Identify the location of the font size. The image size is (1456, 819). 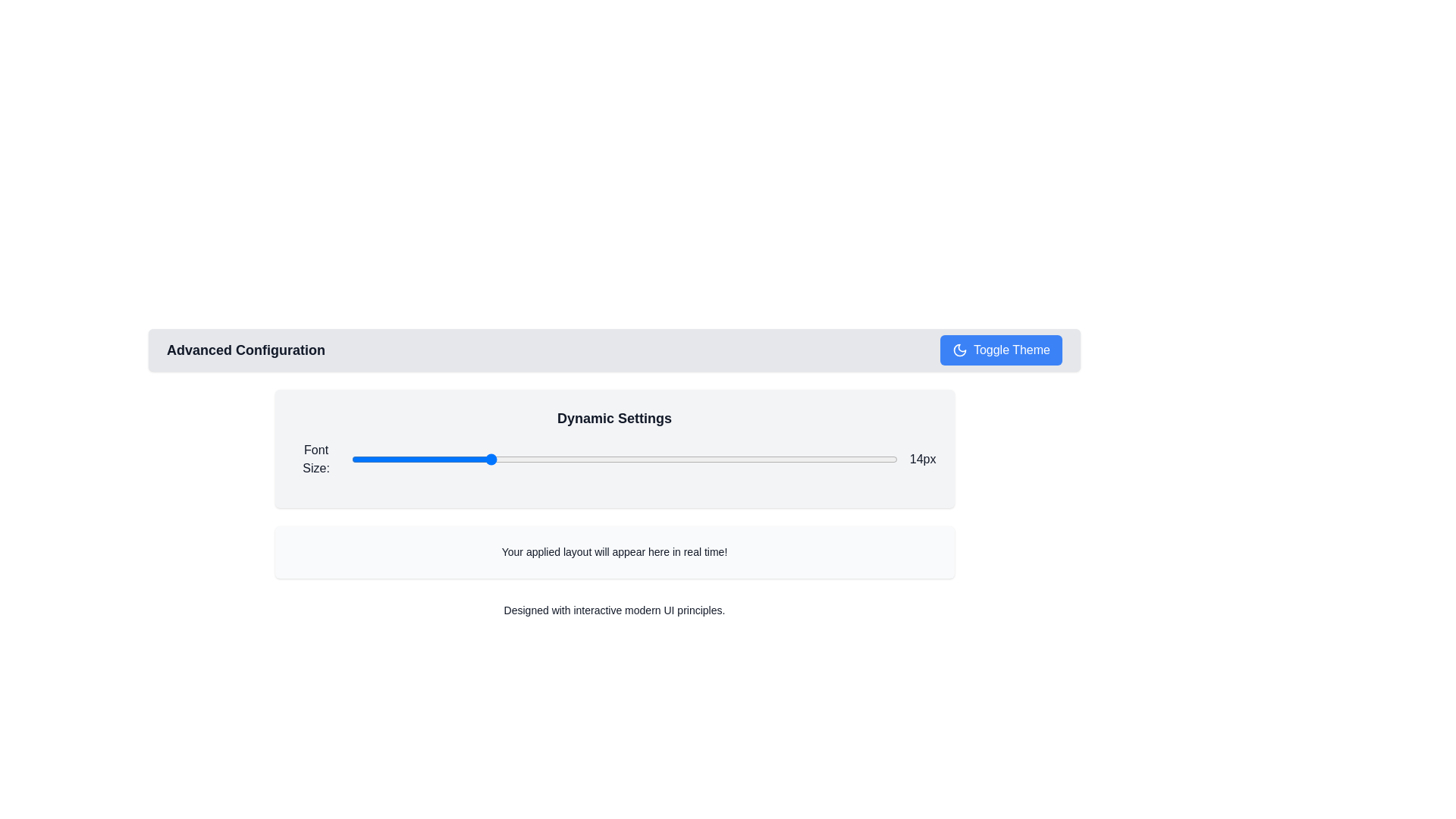
(419, 458).